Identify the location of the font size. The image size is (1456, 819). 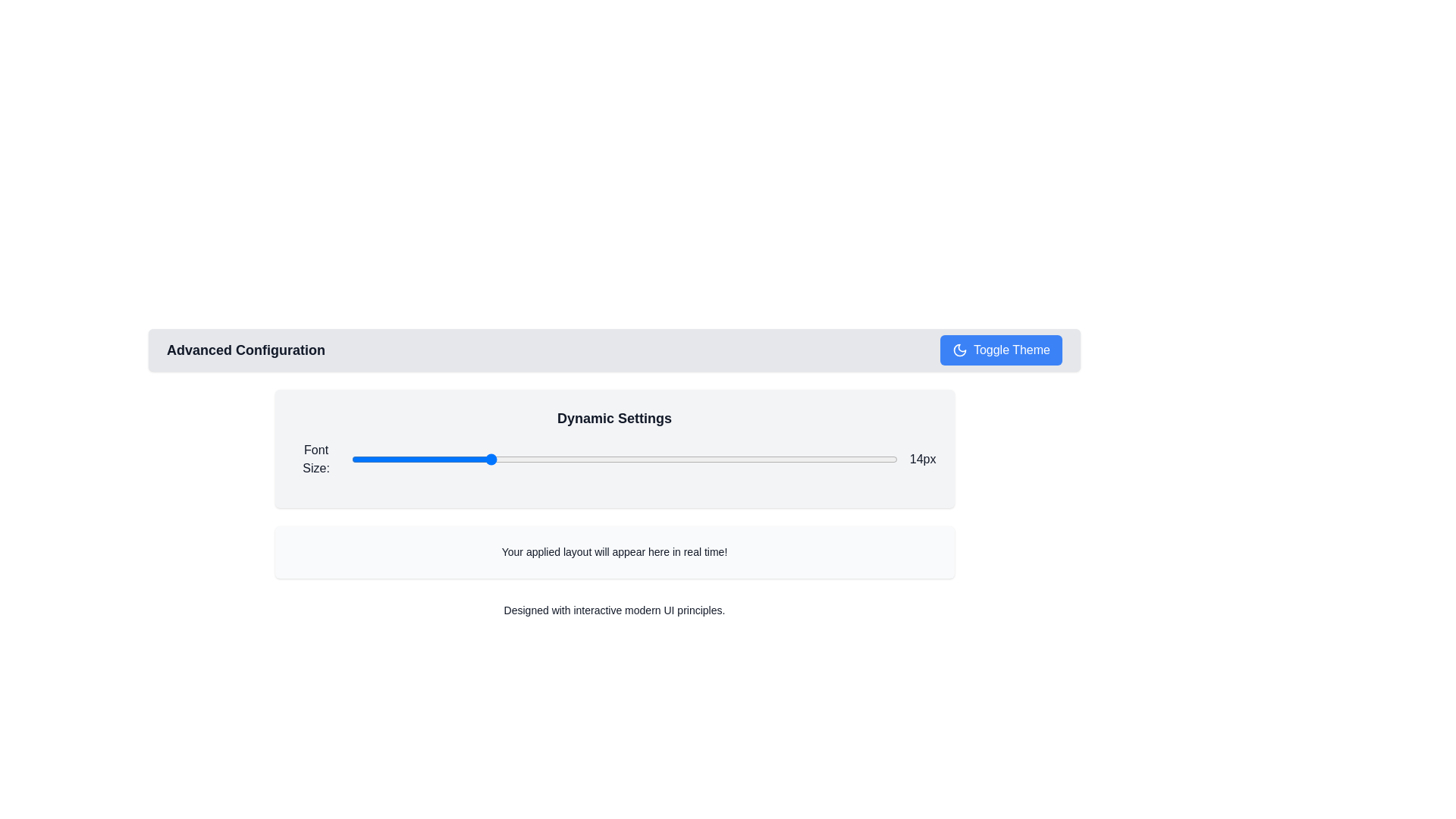
(419, 458).